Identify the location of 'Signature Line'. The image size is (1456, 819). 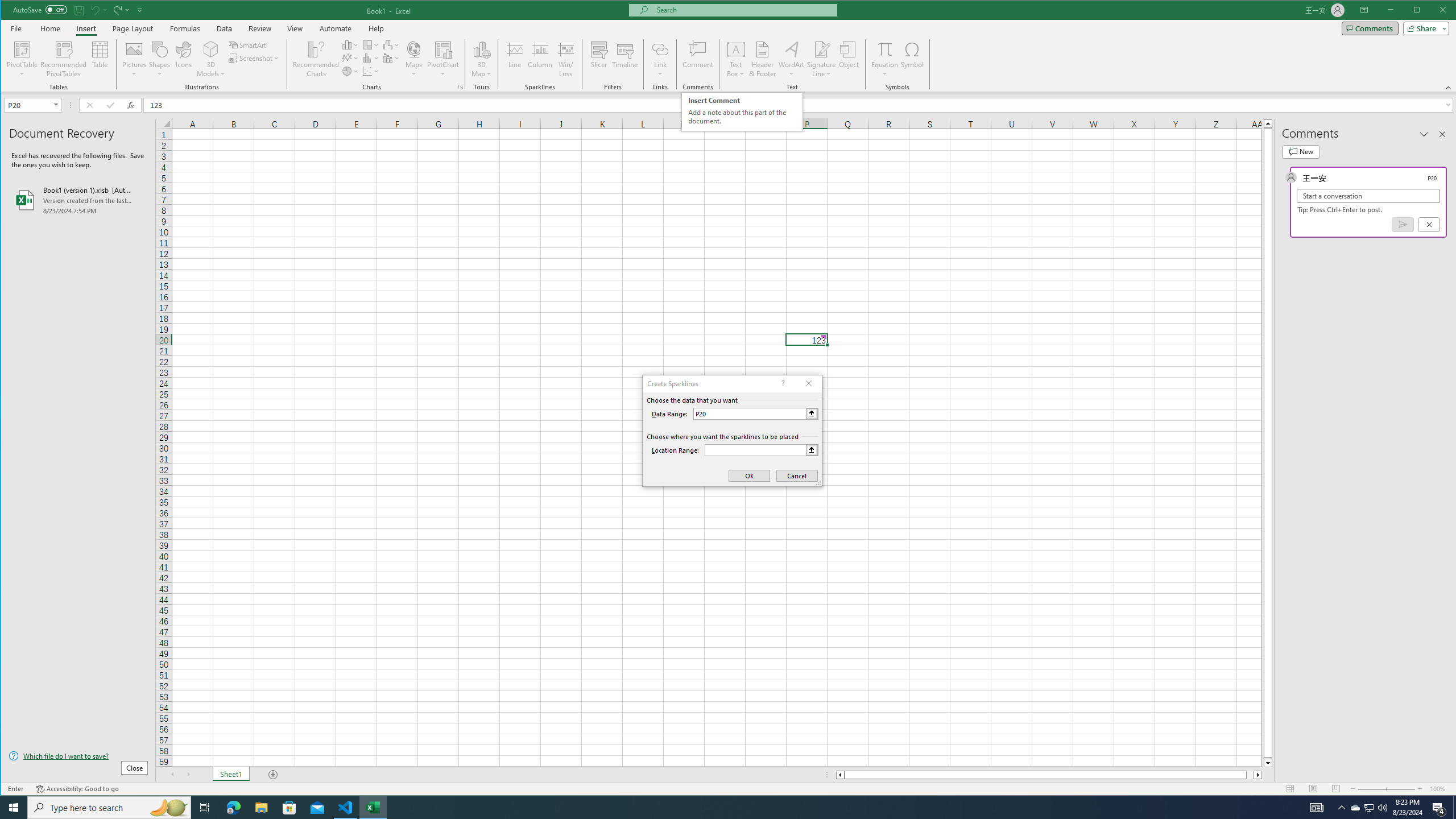
(821, 48).